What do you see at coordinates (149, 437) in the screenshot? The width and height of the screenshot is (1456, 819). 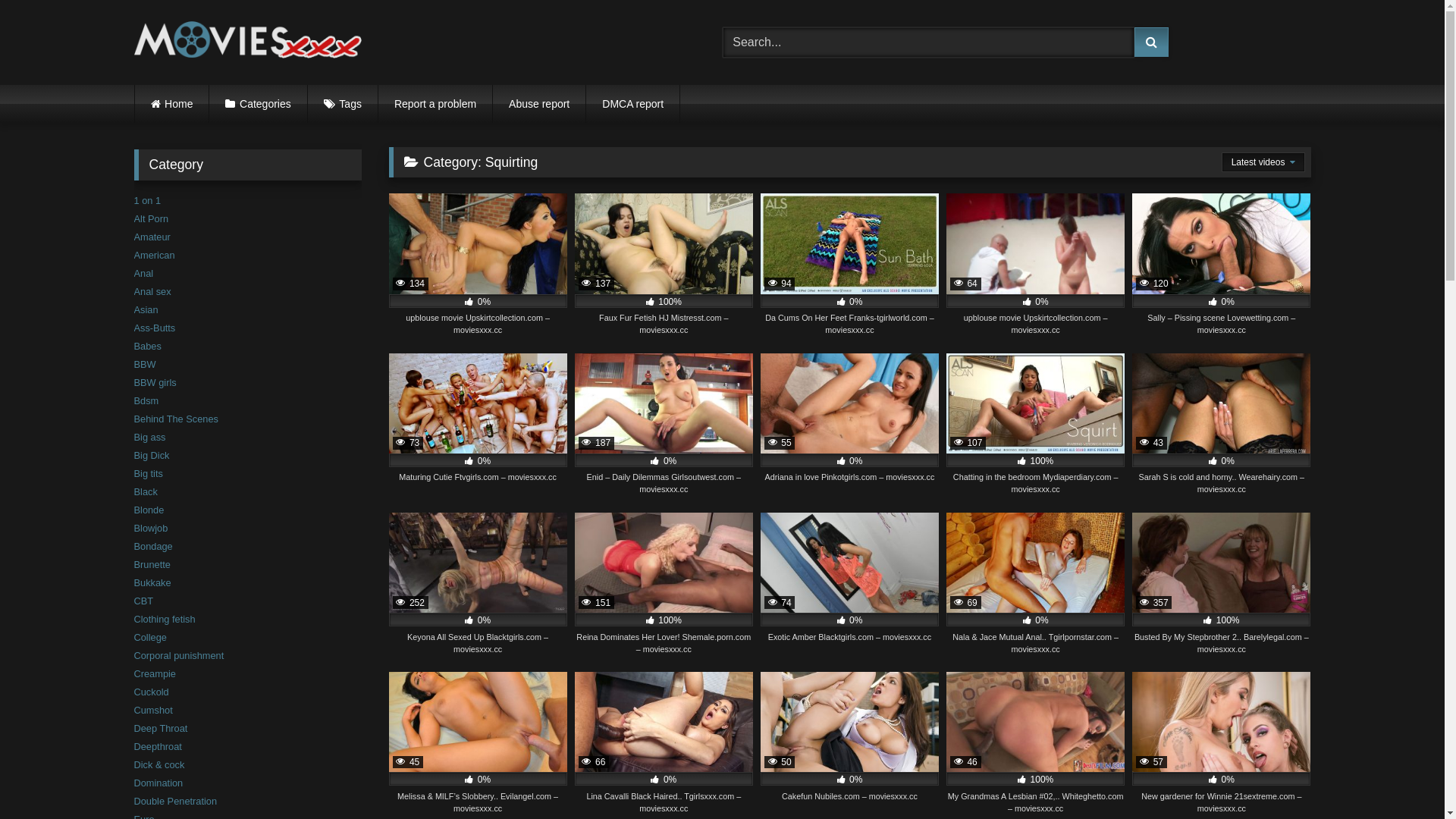 I see `'Big ass'` at bounding box center [149, 437].